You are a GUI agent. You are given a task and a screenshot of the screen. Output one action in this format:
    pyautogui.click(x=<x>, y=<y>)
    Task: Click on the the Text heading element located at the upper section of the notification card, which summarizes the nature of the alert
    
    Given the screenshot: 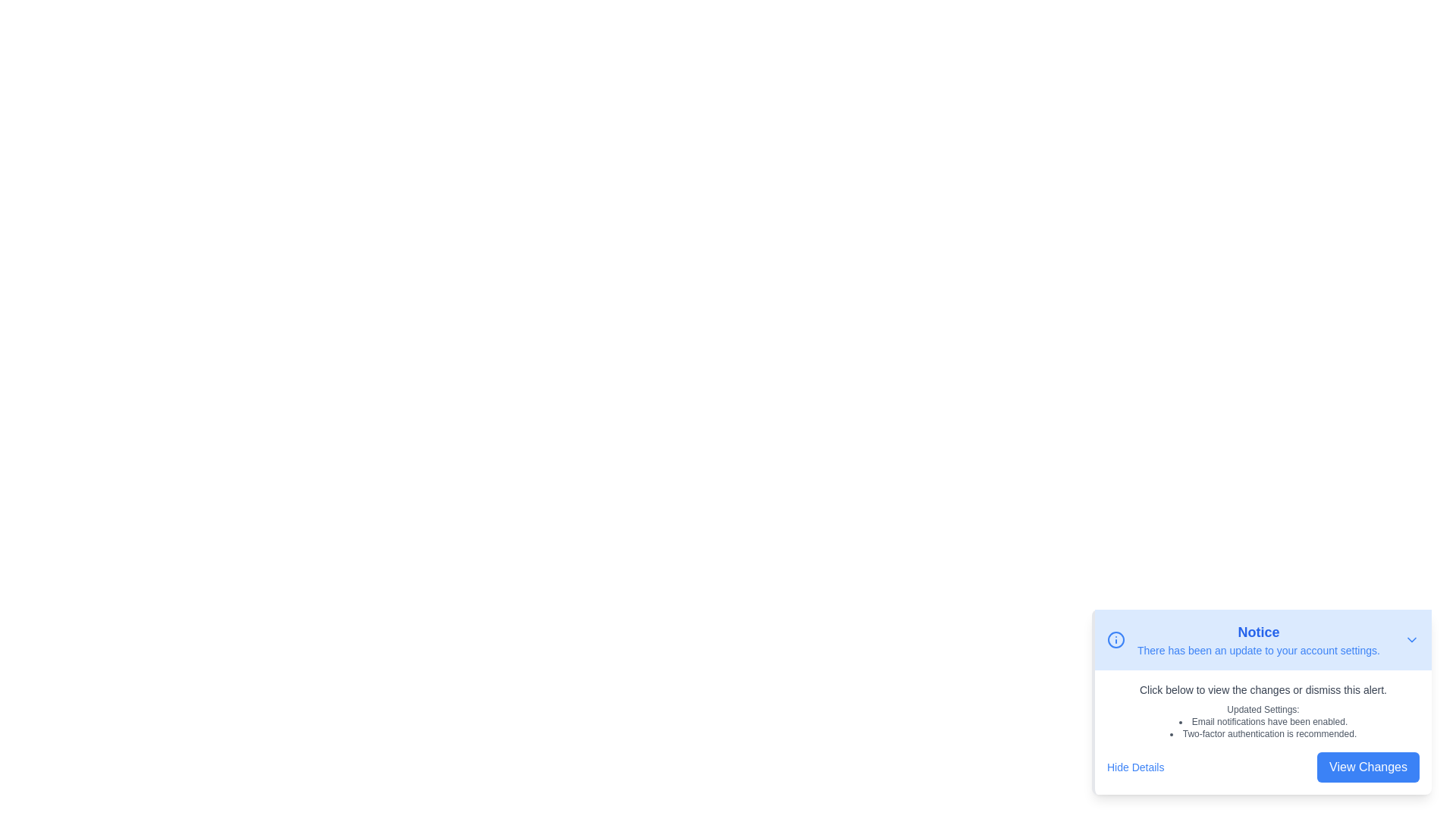 What is the action you would take?
    pyautogui.click(x=1259, y=632)
    